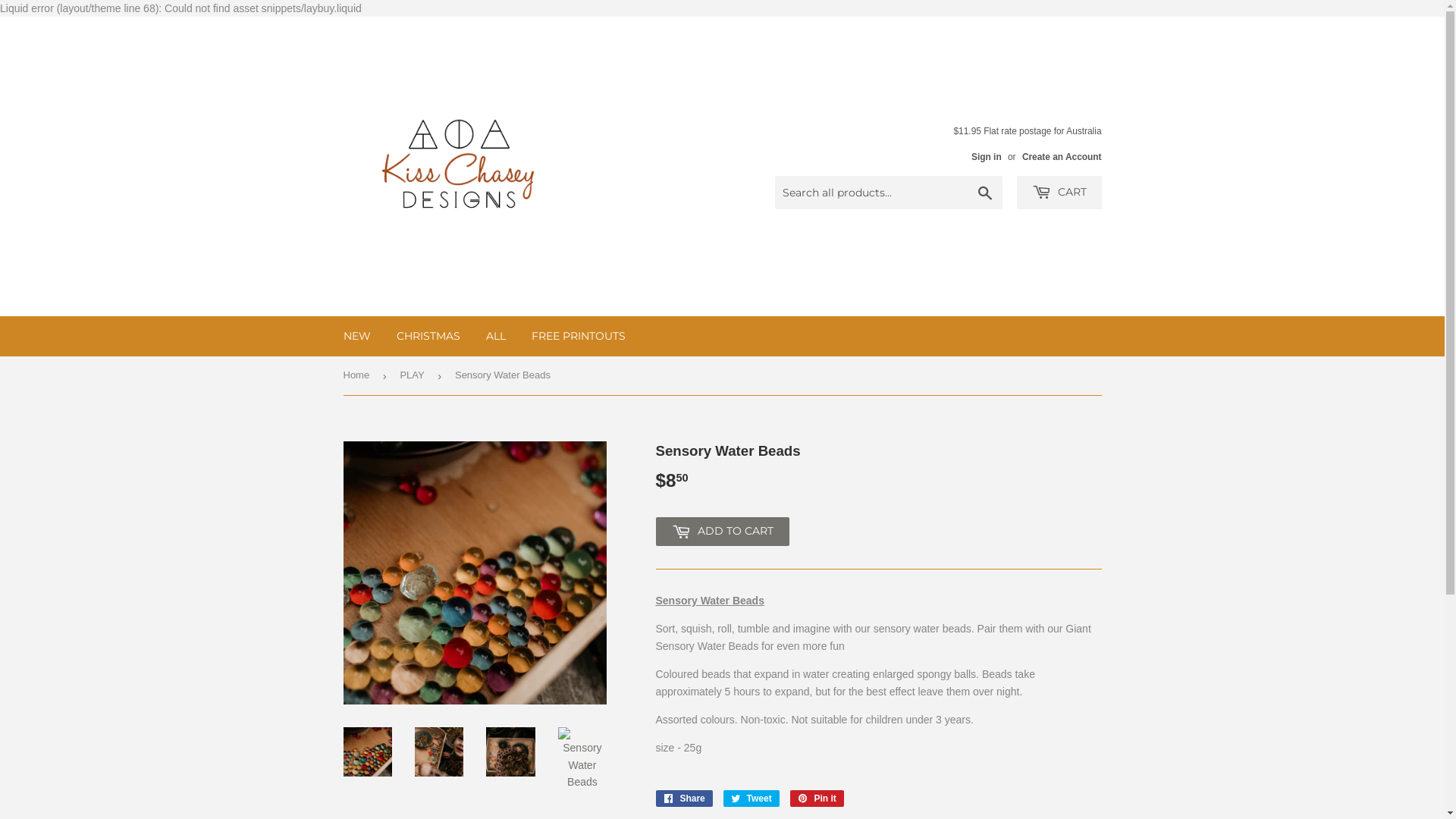 Image resolution: width=1456 pixels, height=819 pixels. I want to click on 'Create an Account', so click(1061, 157).